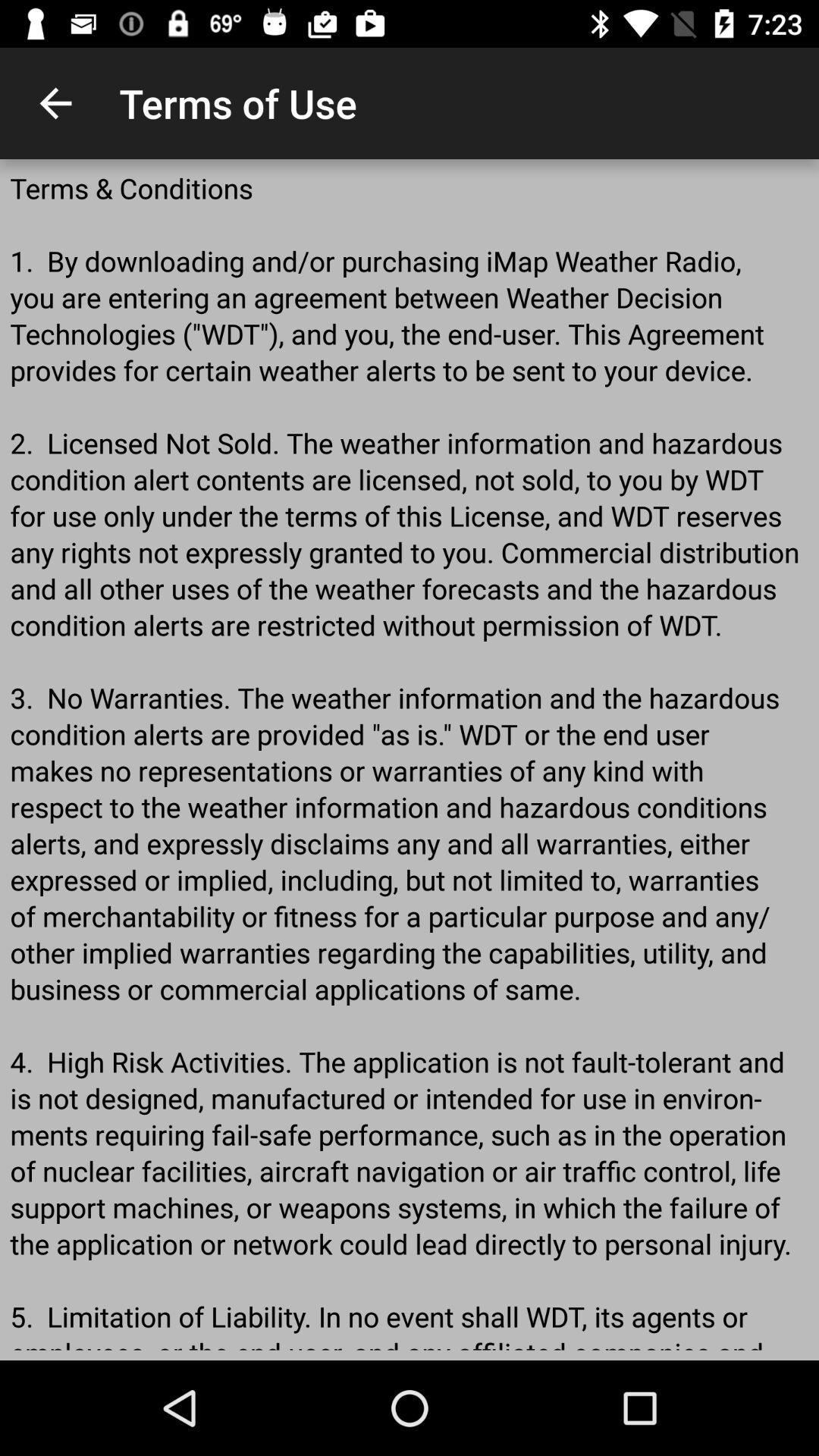  What do you see at coordinates (409, 760) in the screenshot?
I see `terms conditions 1 item` at bounding box center [409, 760].